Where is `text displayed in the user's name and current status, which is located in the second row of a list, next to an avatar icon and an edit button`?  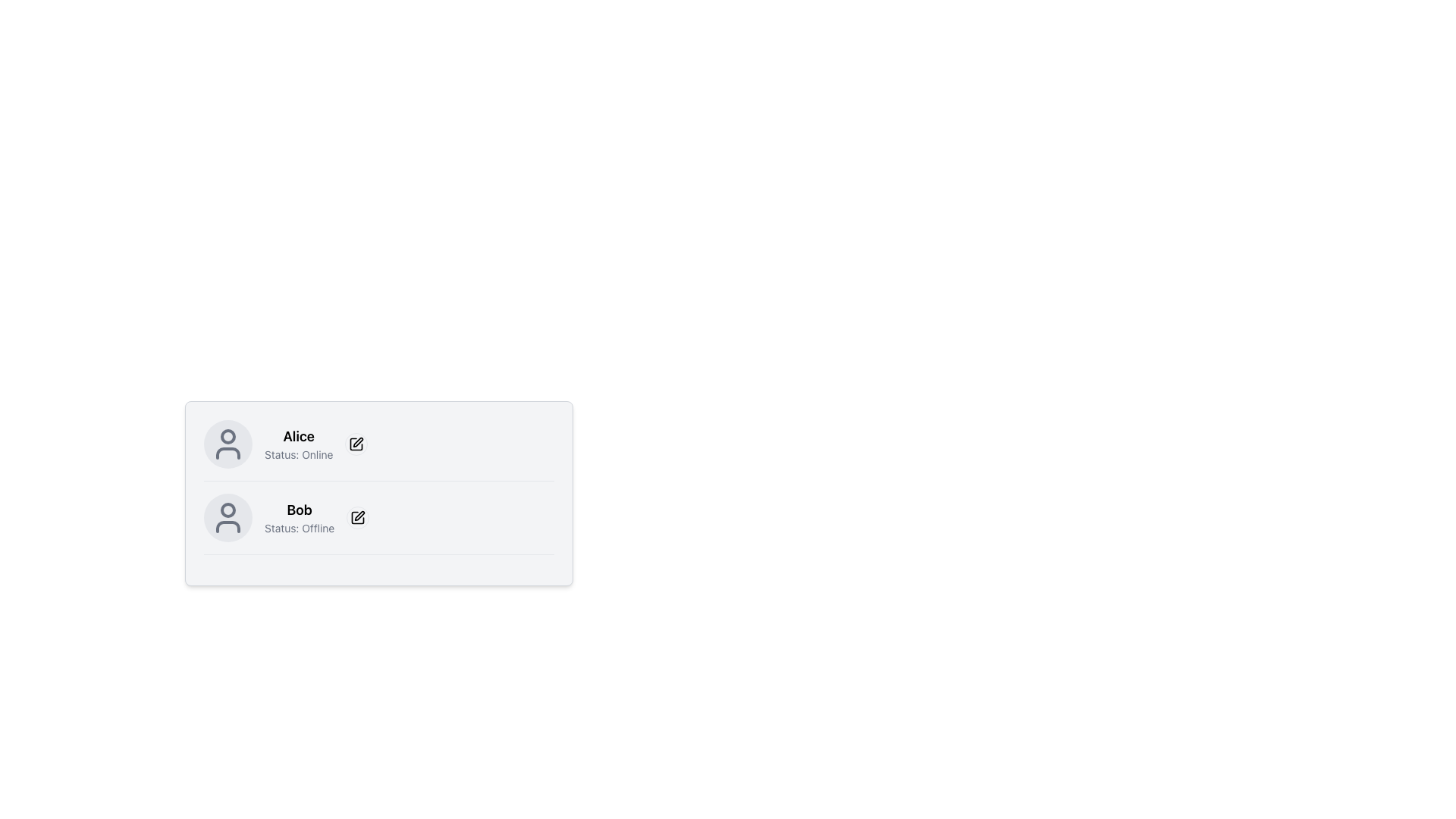
text displayed in the user's name and current status, which is located in the second row of a list, next to an avatar icon and an edit button is located at coordinates (300, 516).